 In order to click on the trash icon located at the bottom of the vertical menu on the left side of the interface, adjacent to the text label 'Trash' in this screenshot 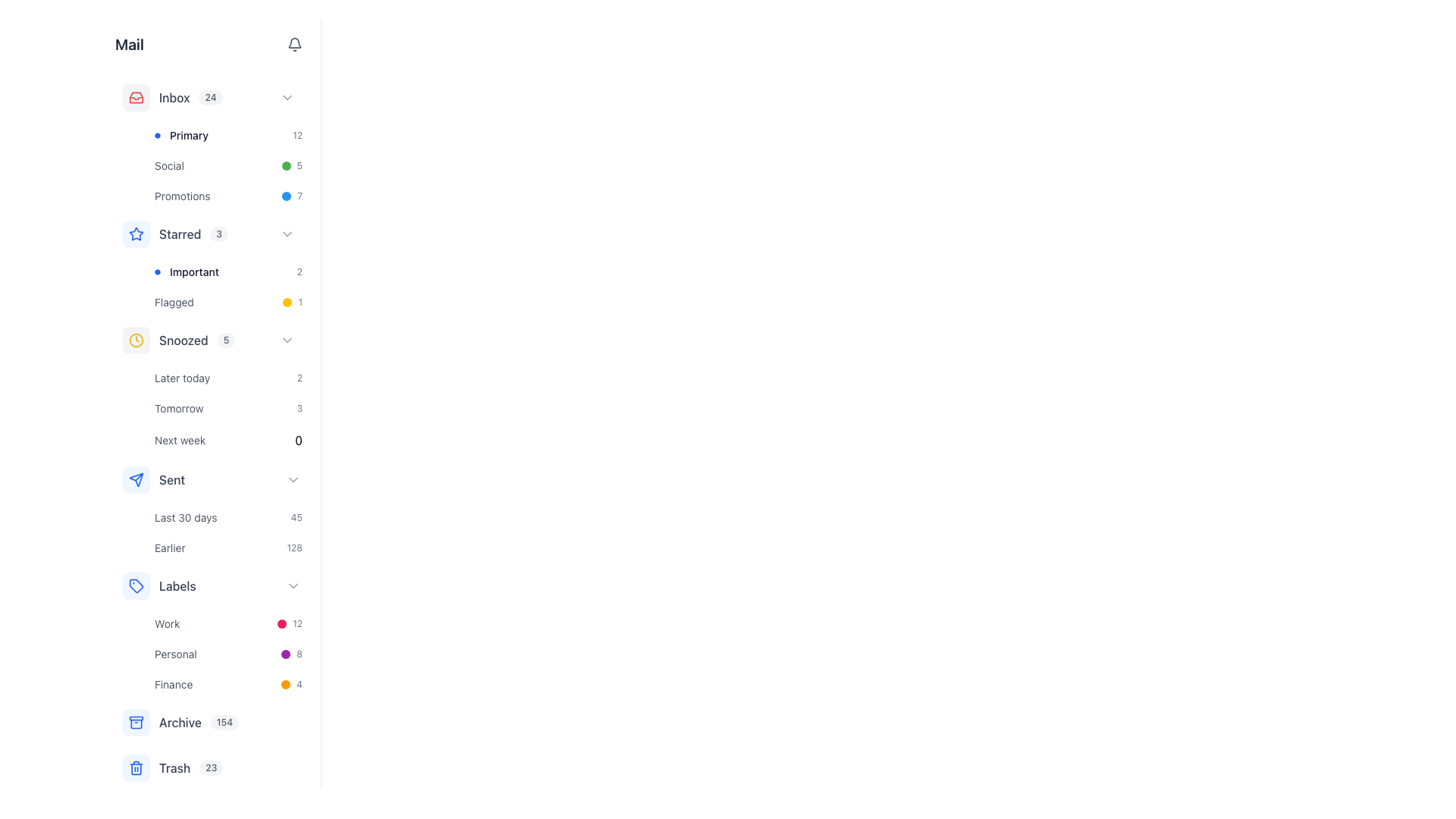, I will do `click(136, 768)`.